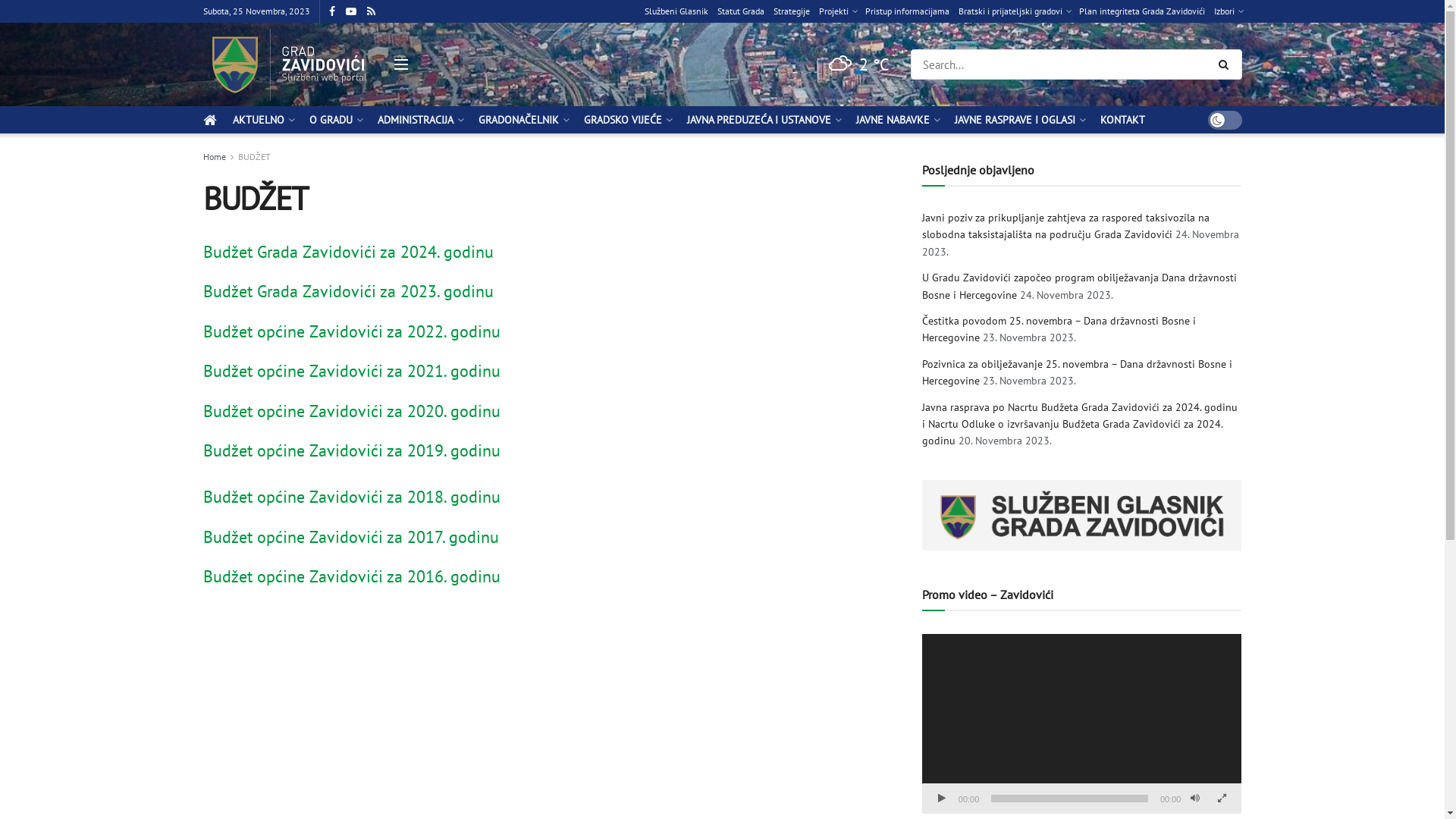 The width and height of the screenshot is (1456, 819). Describe the element at coordinates (214, 156) in the screenshot. I see `'Home'` at that location.